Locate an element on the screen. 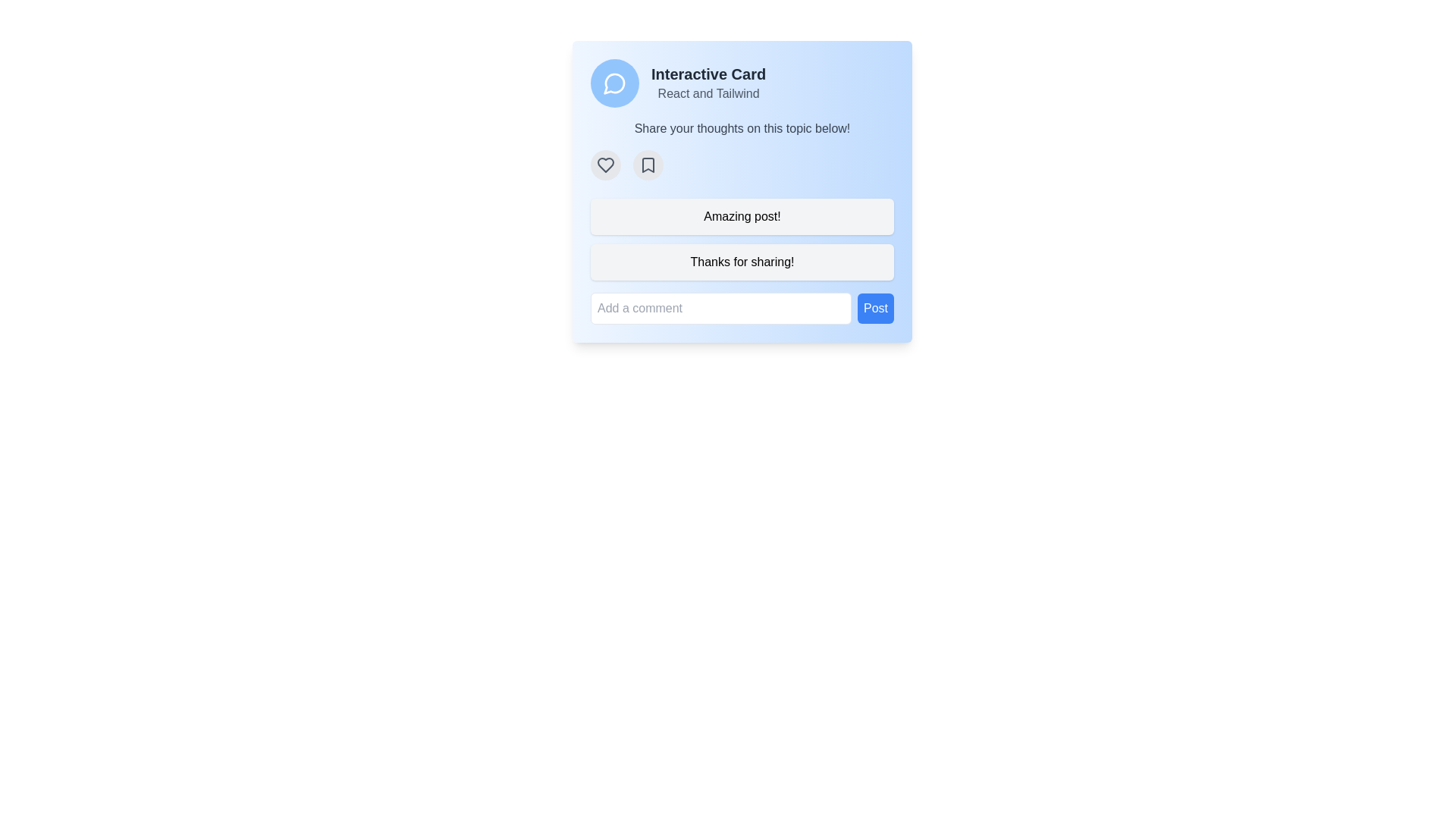  the rounded gray button with a darker gray bookmark icon at its center to bookmark is located at coordinates (648, 165).